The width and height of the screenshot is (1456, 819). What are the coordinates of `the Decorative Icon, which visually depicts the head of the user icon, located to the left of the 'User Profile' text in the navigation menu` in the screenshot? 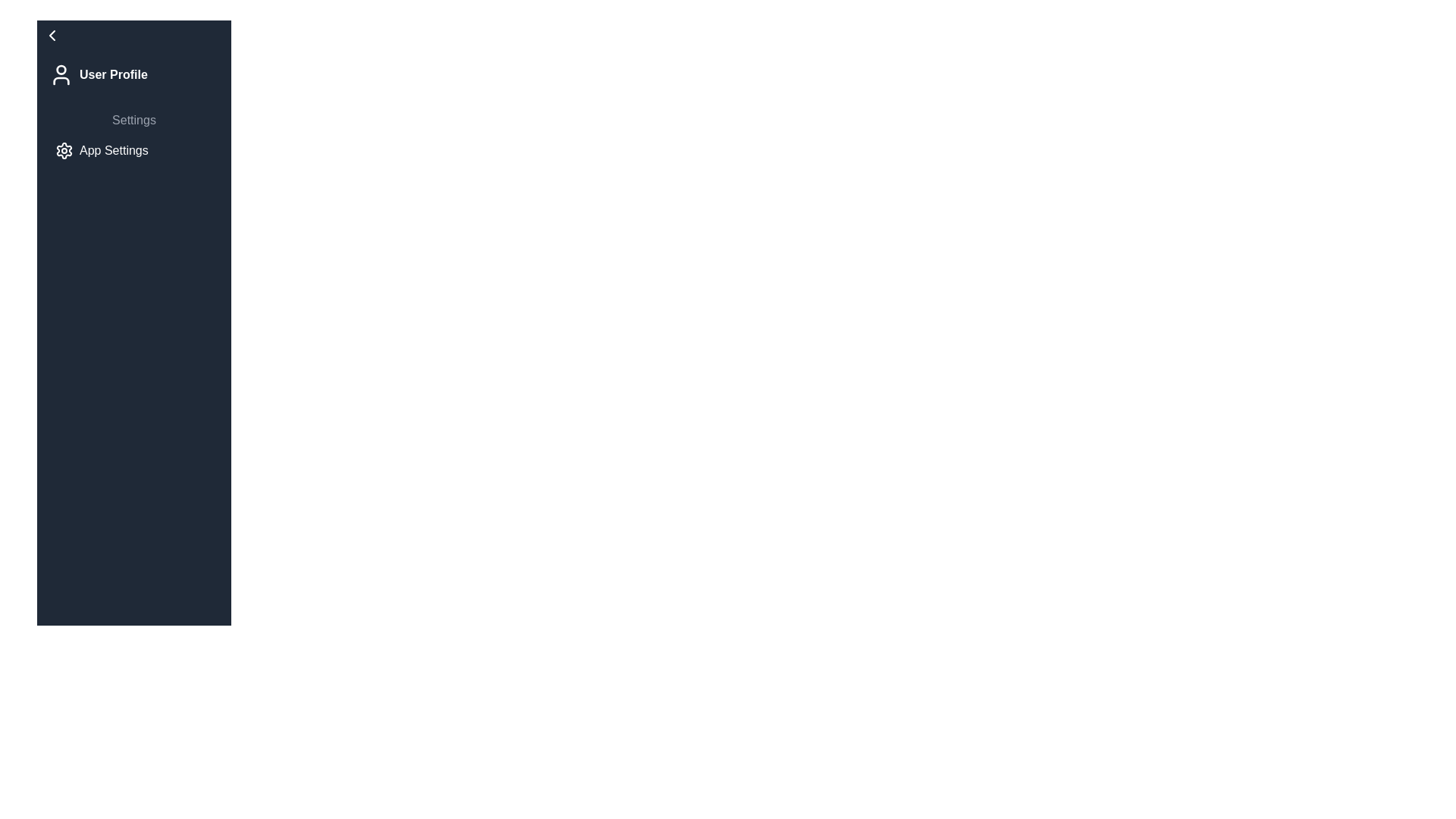 It's located at (61, 70).